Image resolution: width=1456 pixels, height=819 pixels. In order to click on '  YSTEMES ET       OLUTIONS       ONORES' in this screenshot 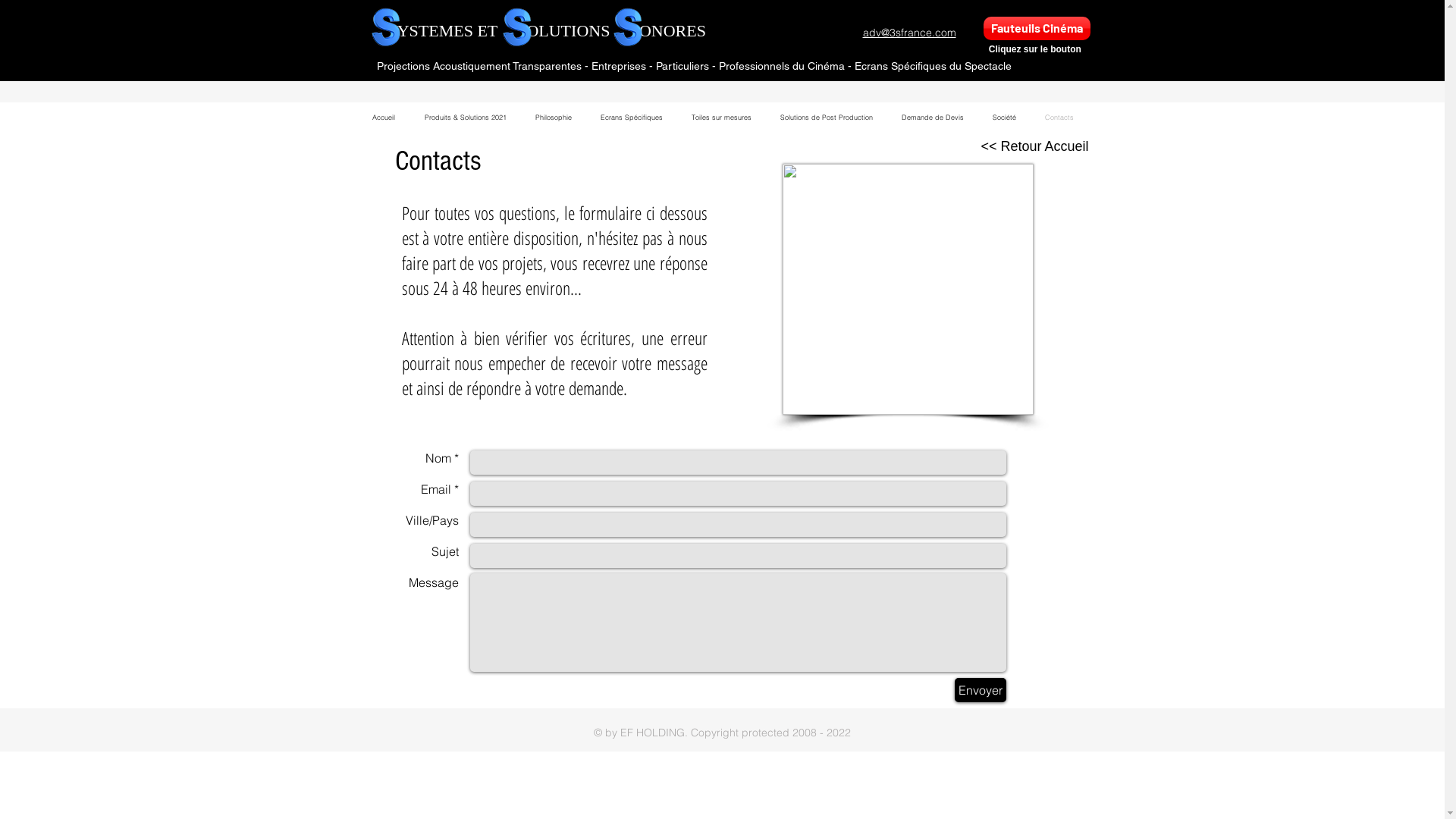, I will do `click(547, 30)`.